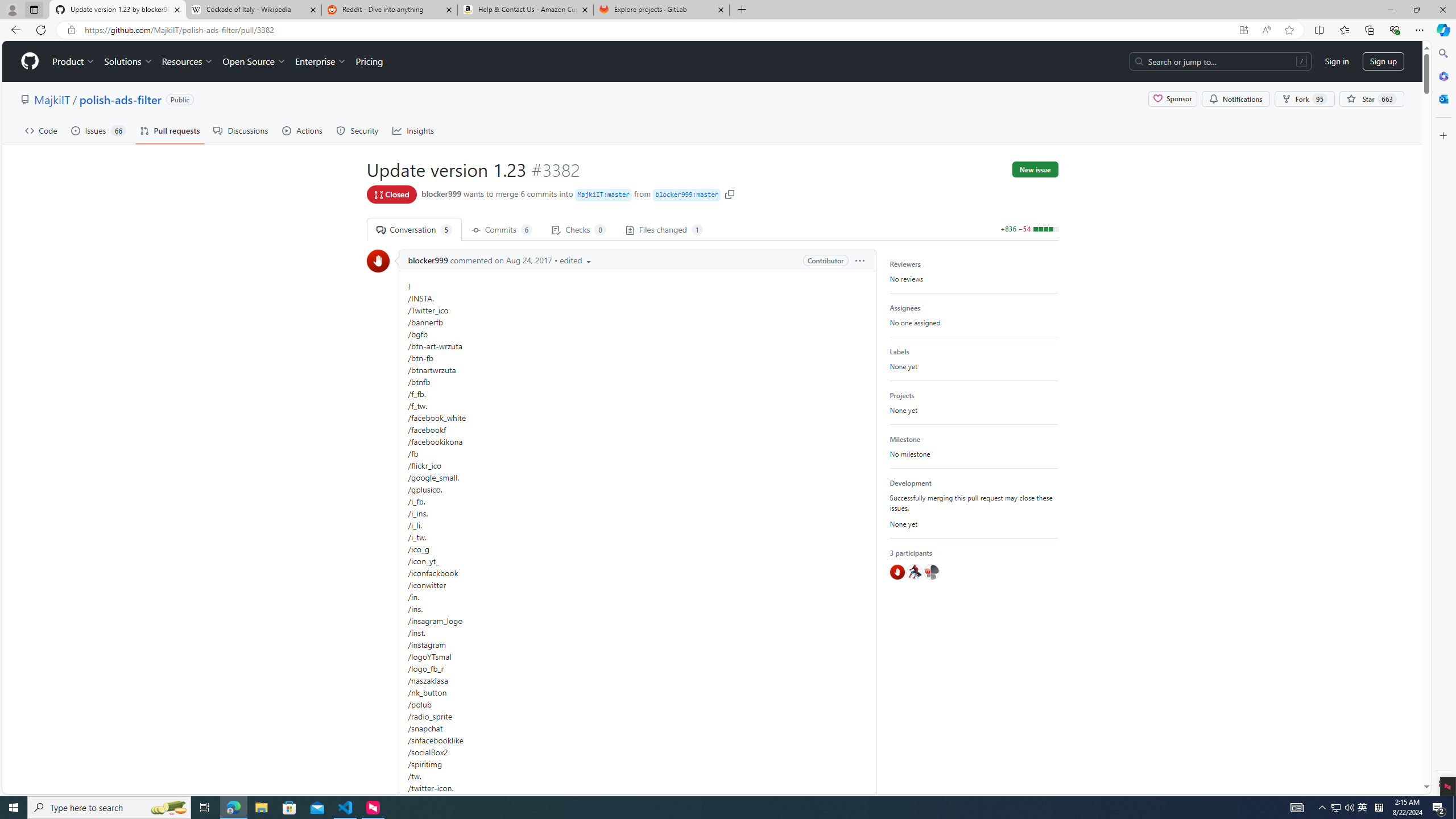 The height and width of the screenshot is (819, 1456). Describe the element at coordinates (41, 130) in the screenshot. I see `'Code'` at that location.